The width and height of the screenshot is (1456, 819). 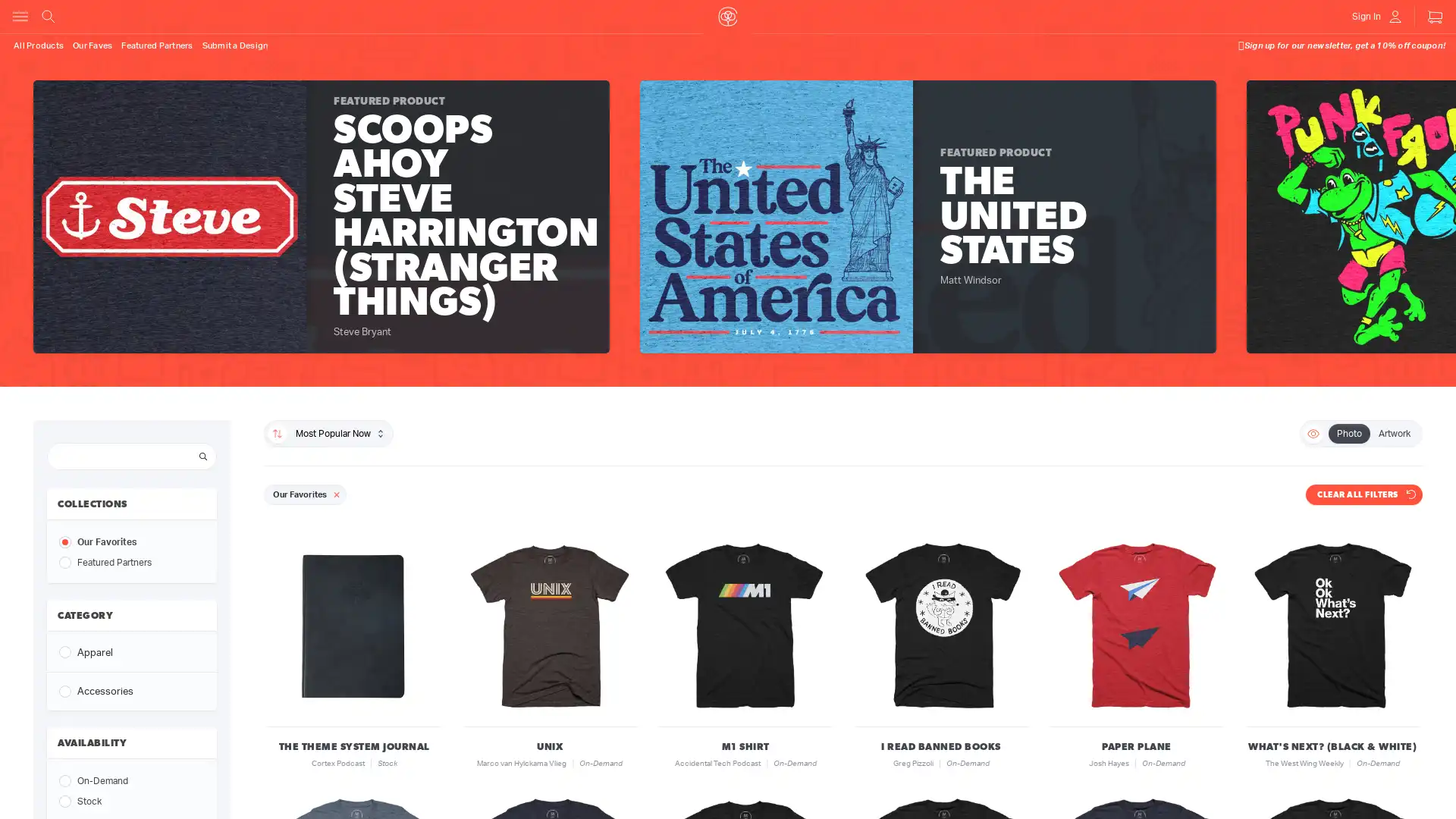 I want to click on CLEAR ALL FILTERS, so click(x=1364, y=513).